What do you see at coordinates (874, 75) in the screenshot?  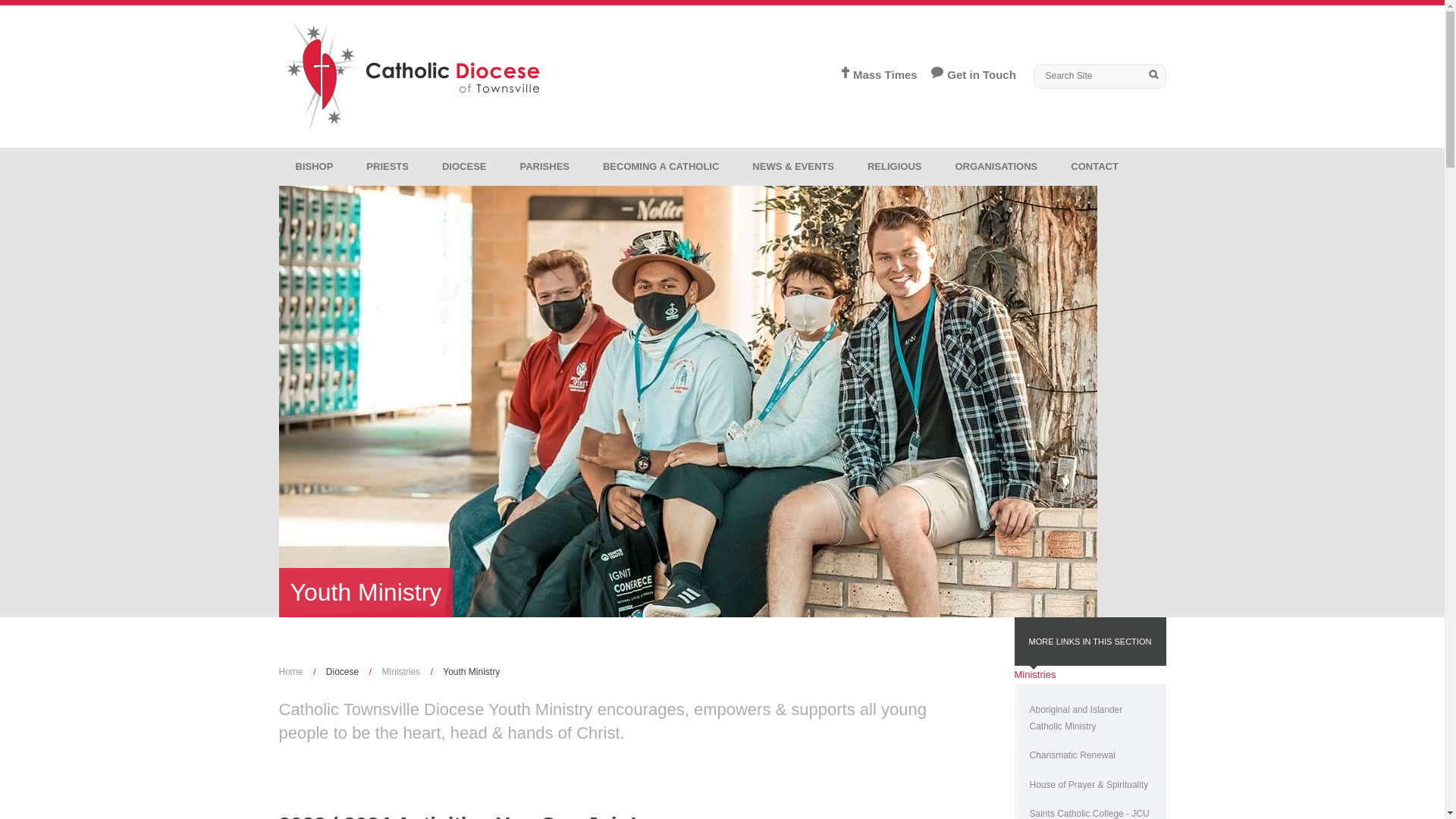 I see `'Mass Times'` at bounding box center [874, 75].